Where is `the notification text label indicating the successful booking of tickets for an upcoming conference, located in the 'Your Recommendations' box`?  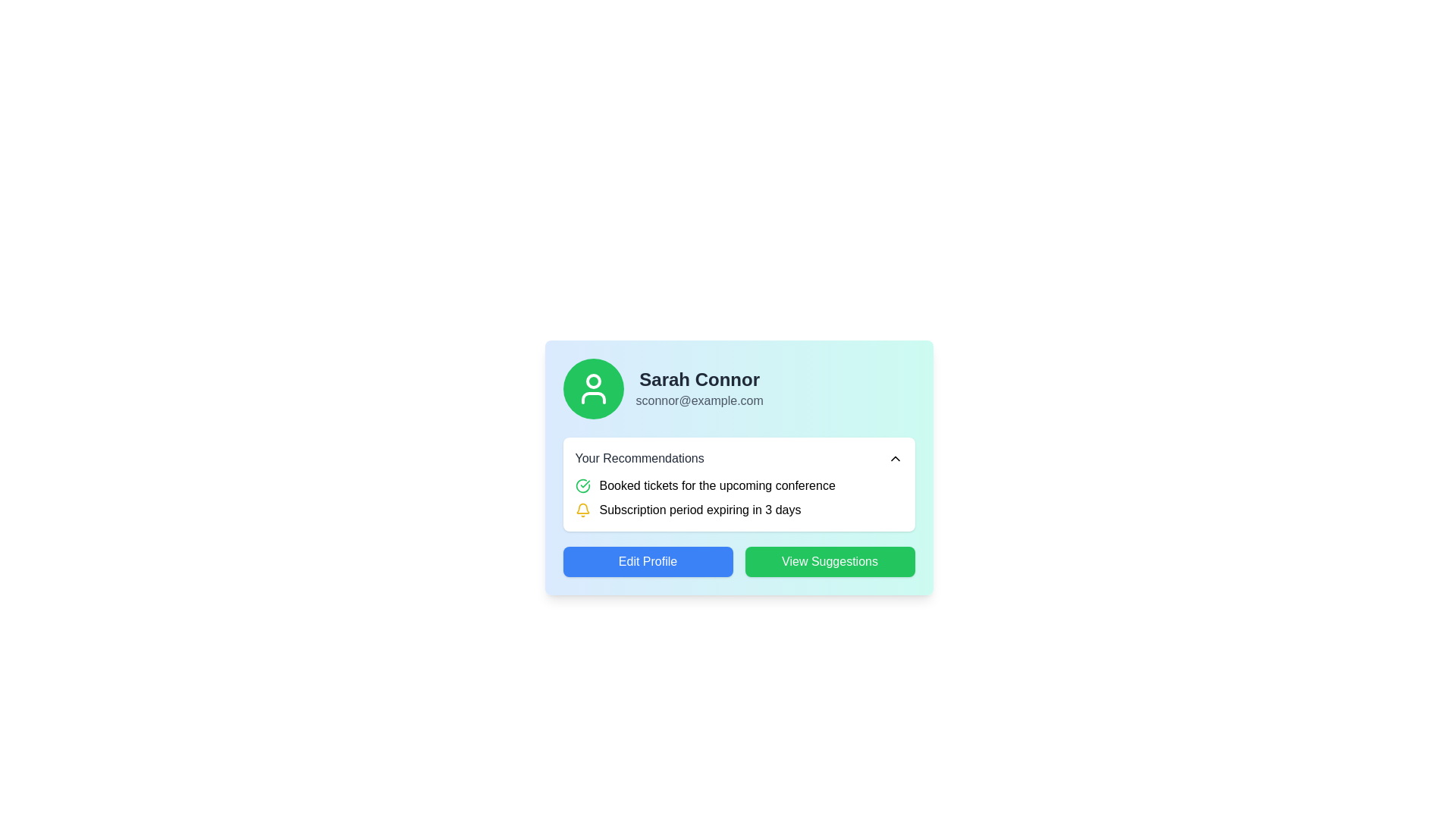 the notification text label indicating the successful booking of tickets for an upcoming conference, located in the 'Your Recommendations' box is located at coordinates (739, 485).